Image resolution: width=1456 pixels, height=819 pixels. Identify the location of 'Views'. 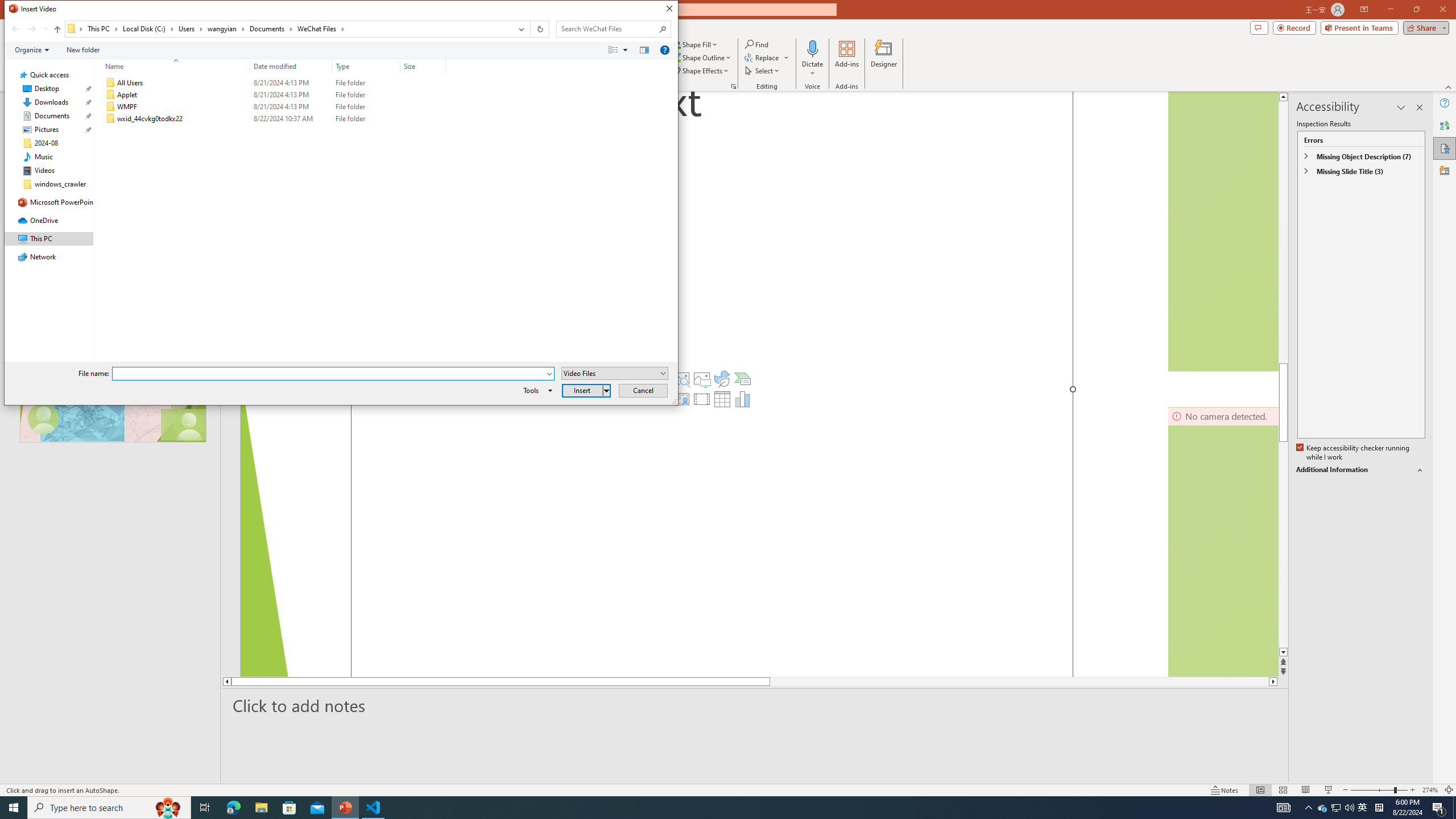
(621, 49).